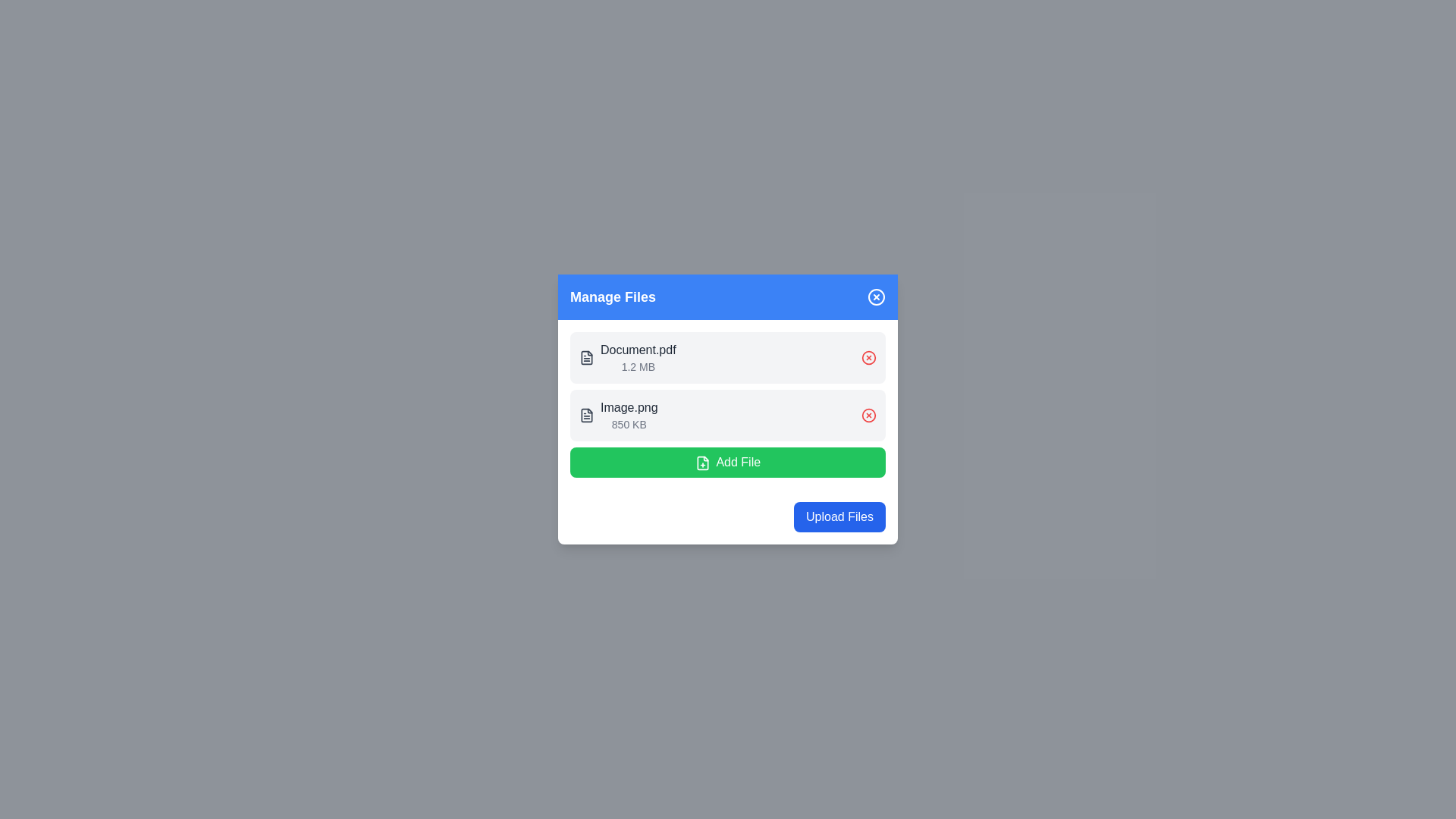 Image resolution: width=1456 pixels, height=819 pixels. I want to click on the document icon resembling a document with a text overlay, located, so click(585, 357).